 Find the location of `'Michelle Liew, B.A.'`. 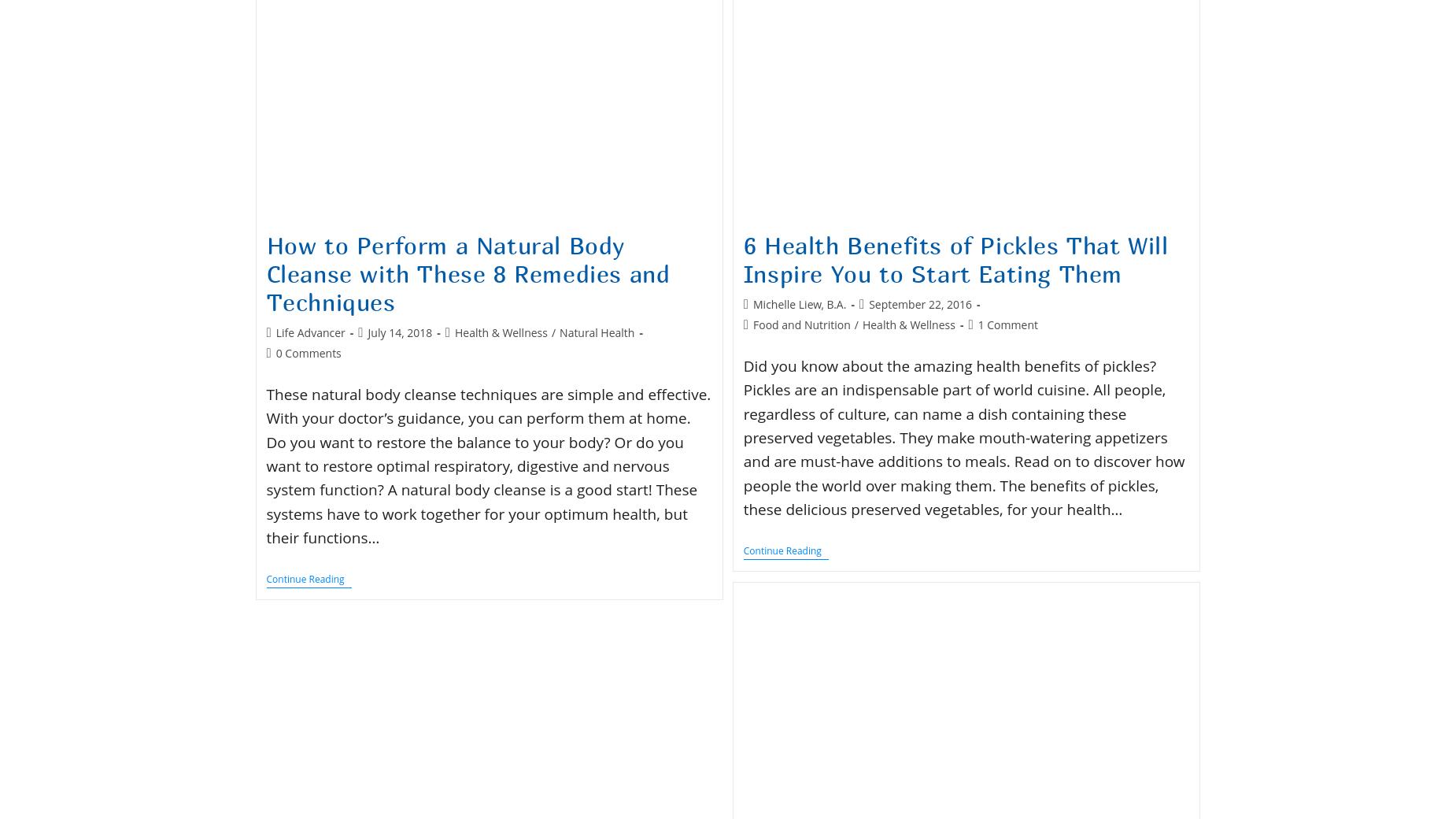

'Michelle Liew, B.A.' is located at coordinates (752, 302).